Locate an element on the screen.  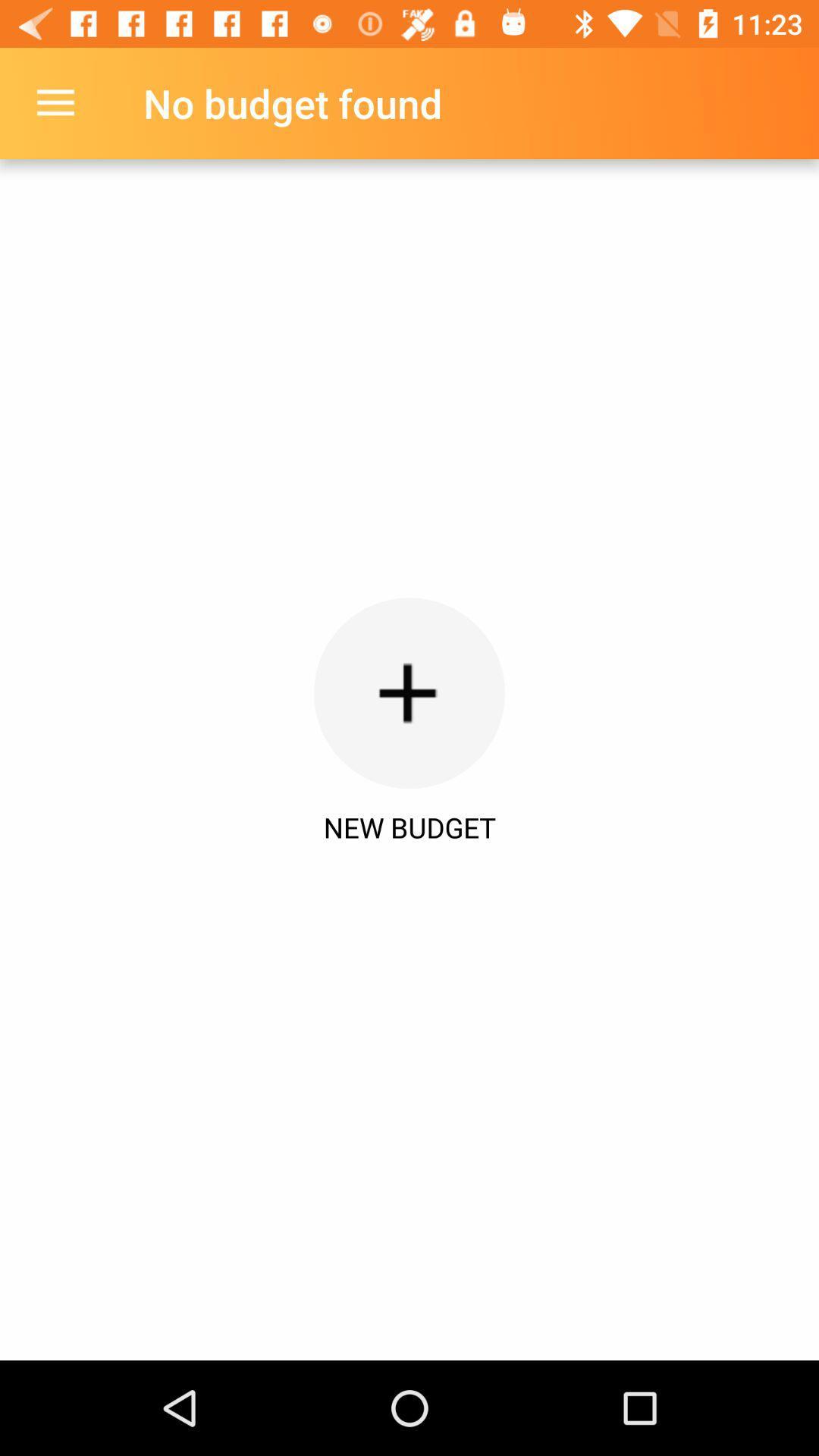
add is located at coordinates (409, 692).